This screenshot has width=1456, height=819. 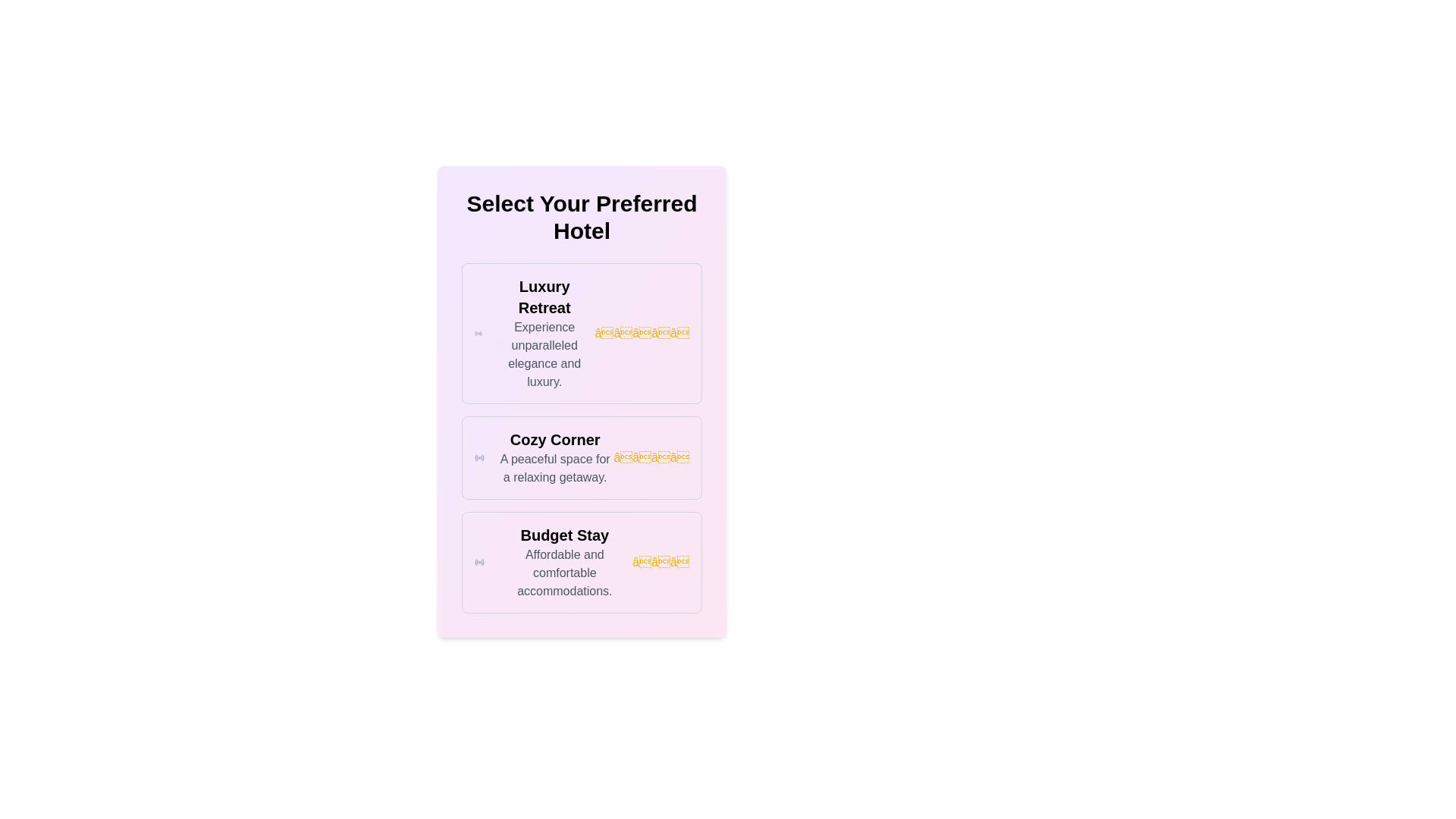 What do you see at coordinates (563, 573) in the screenshot?
I see `the text block containing the description 'Affordable and comfortable accommodations.' which is positioned below the title 'Budget Stay'` at bounding box center [563, 573].